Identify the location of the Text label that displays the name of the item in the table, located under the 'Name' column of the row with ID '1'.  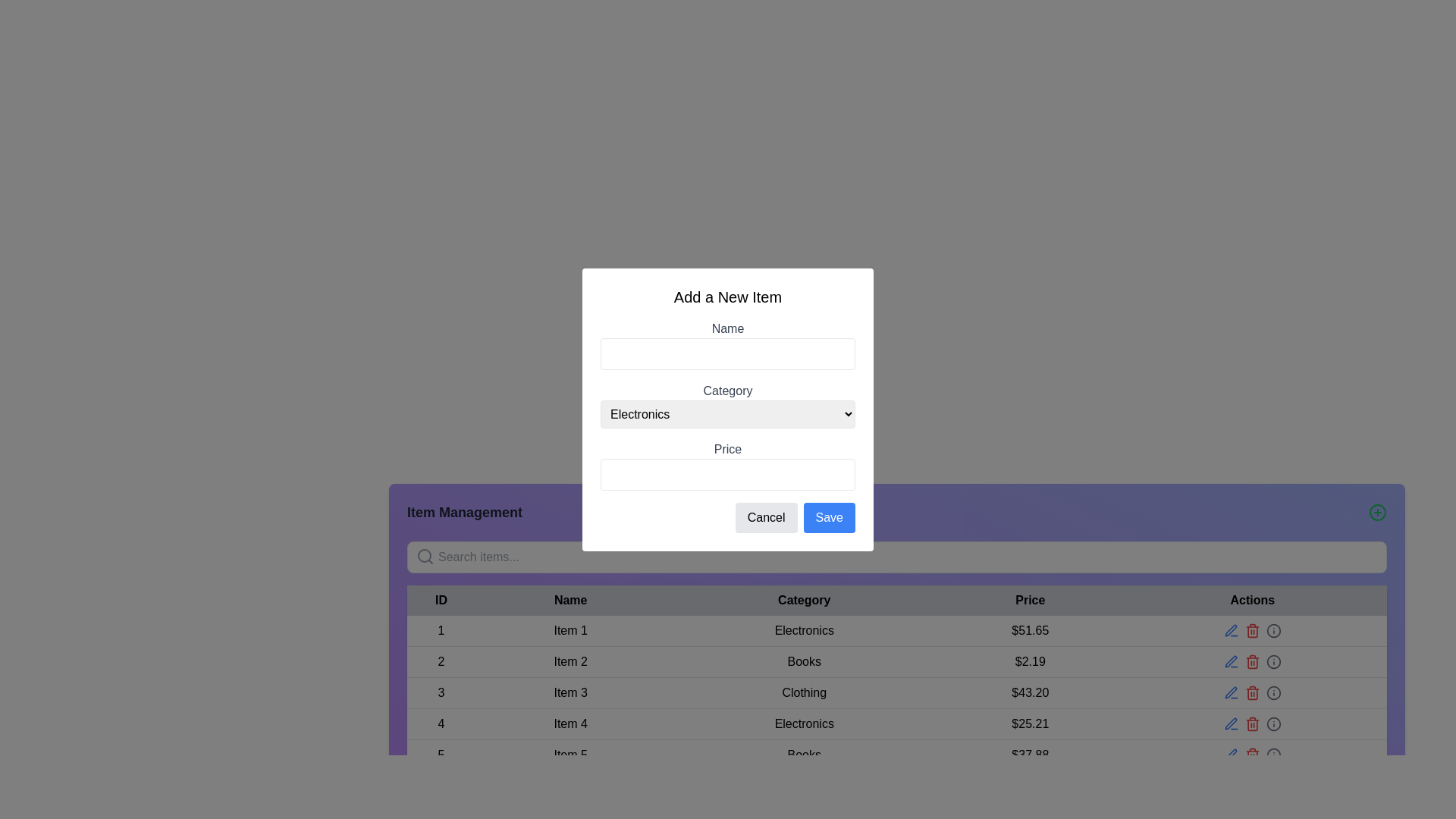
(570, 631).